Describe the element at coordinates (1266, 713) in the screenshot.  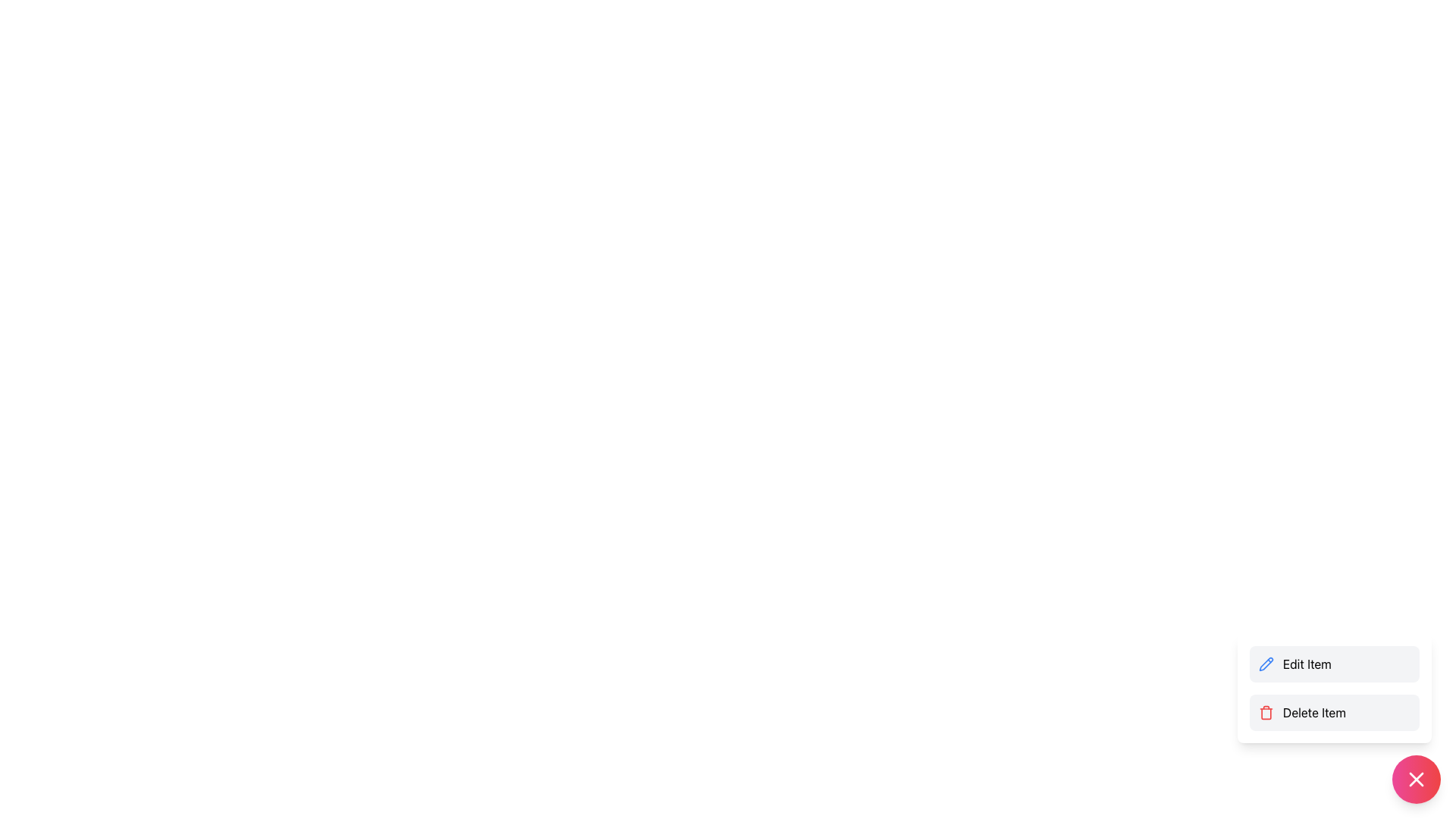
I see `the trash can icon with red outlines located next to the text 'Delete Item' on a white background` at that location.